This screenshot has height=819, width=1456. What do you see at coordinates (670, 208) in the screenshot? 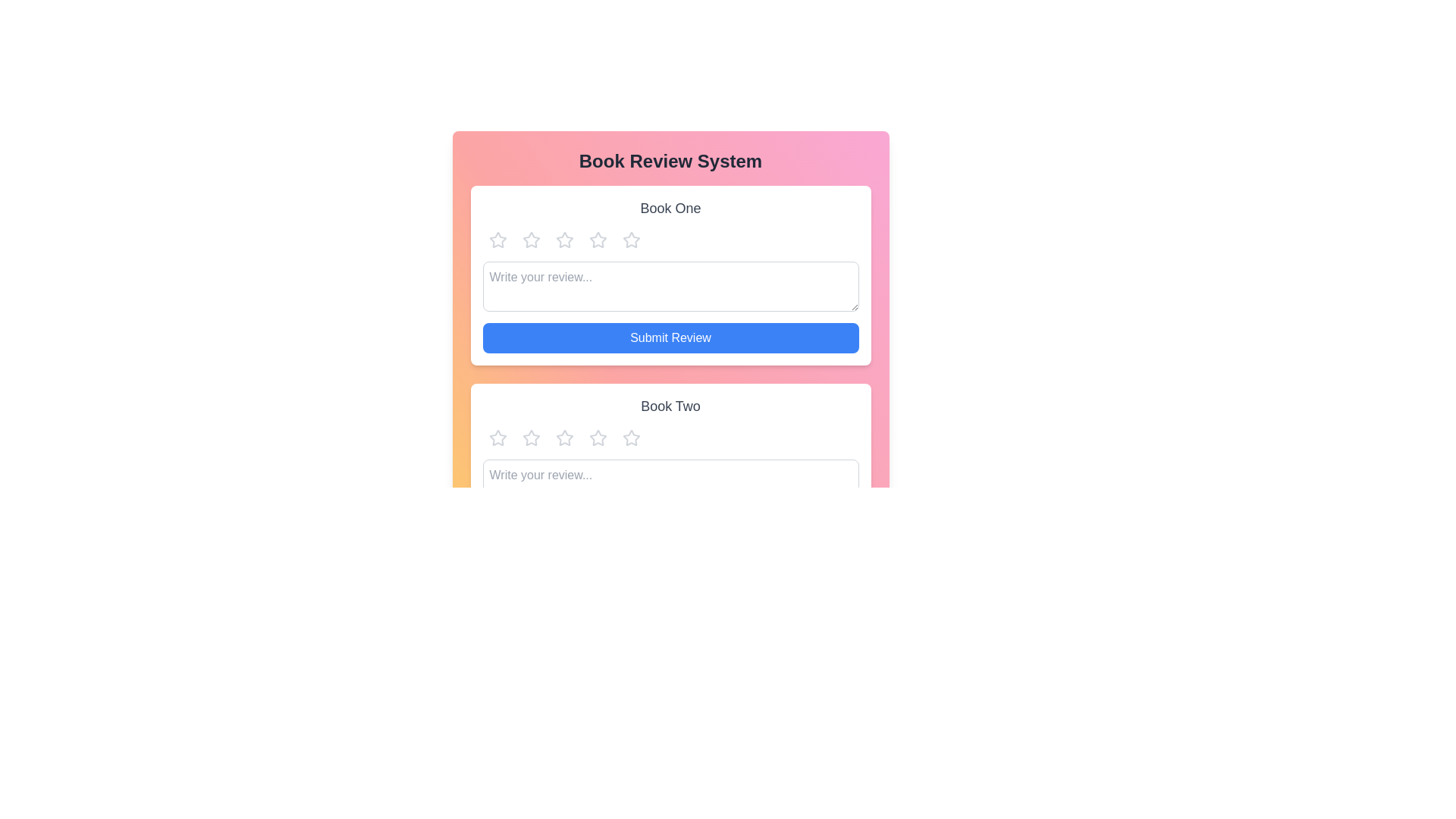
I see `the title of the book Book One to read` at bounding box center [670, 208].